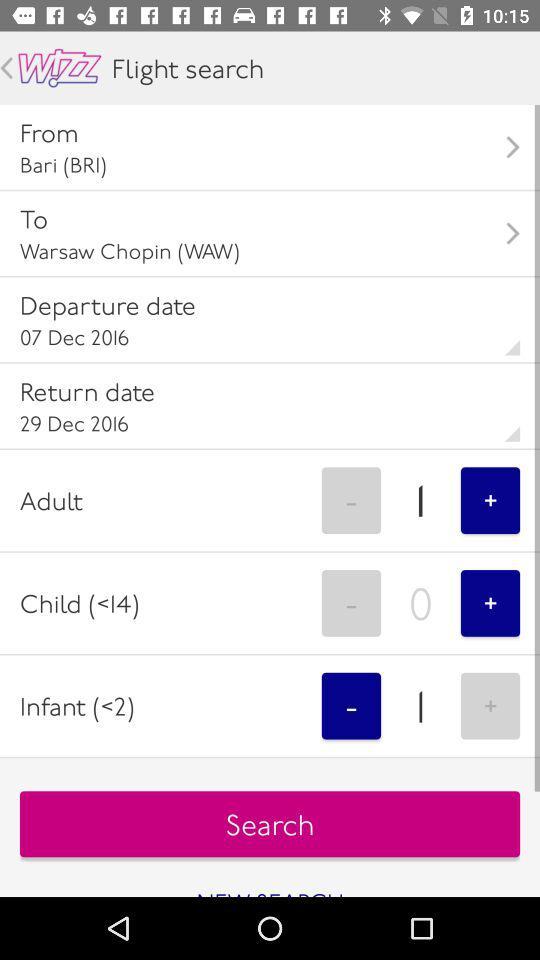 The width and height of the screenshot is (540, 960). Describe the element at coordinates (350, 499) in the screenshot. I see `the icon next to the adult icon` at that location.